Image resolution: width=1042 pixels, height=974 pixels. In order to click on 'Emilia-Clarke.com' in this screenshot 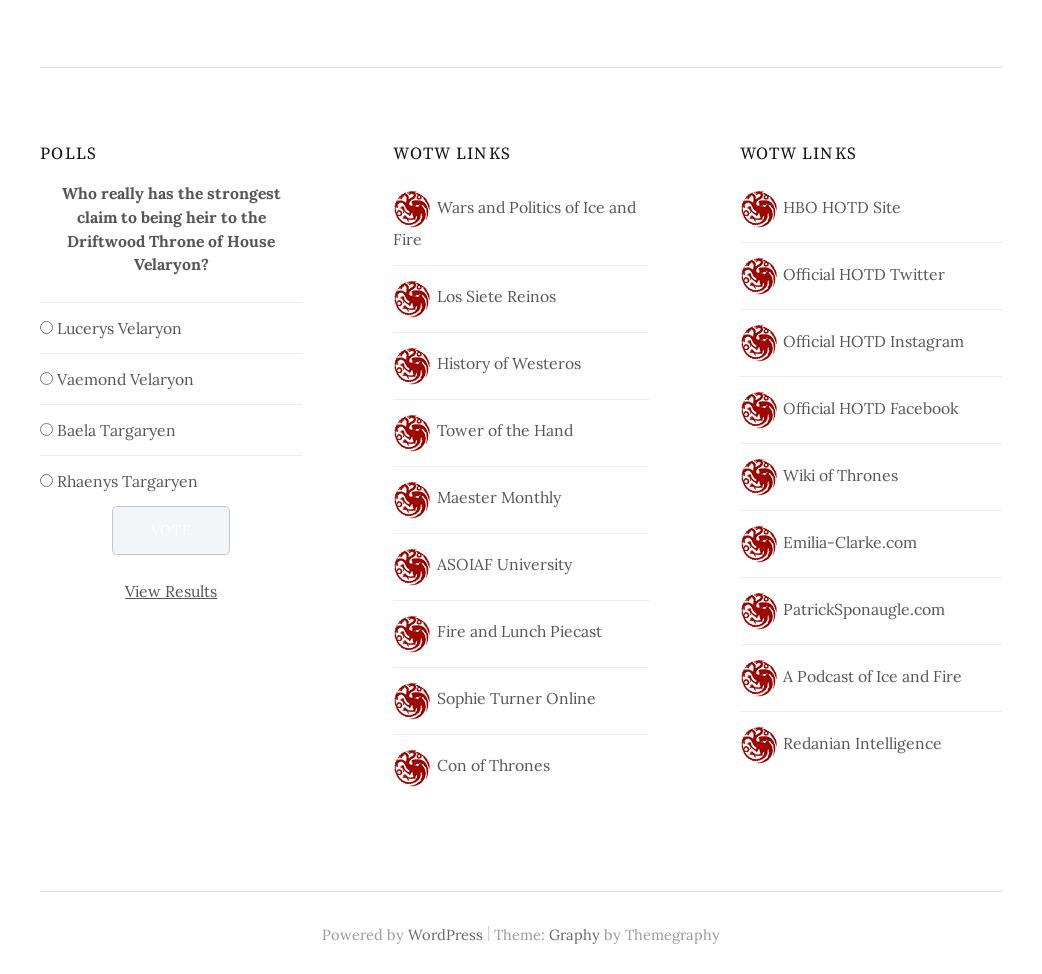, I will do `click(849, 542)`.